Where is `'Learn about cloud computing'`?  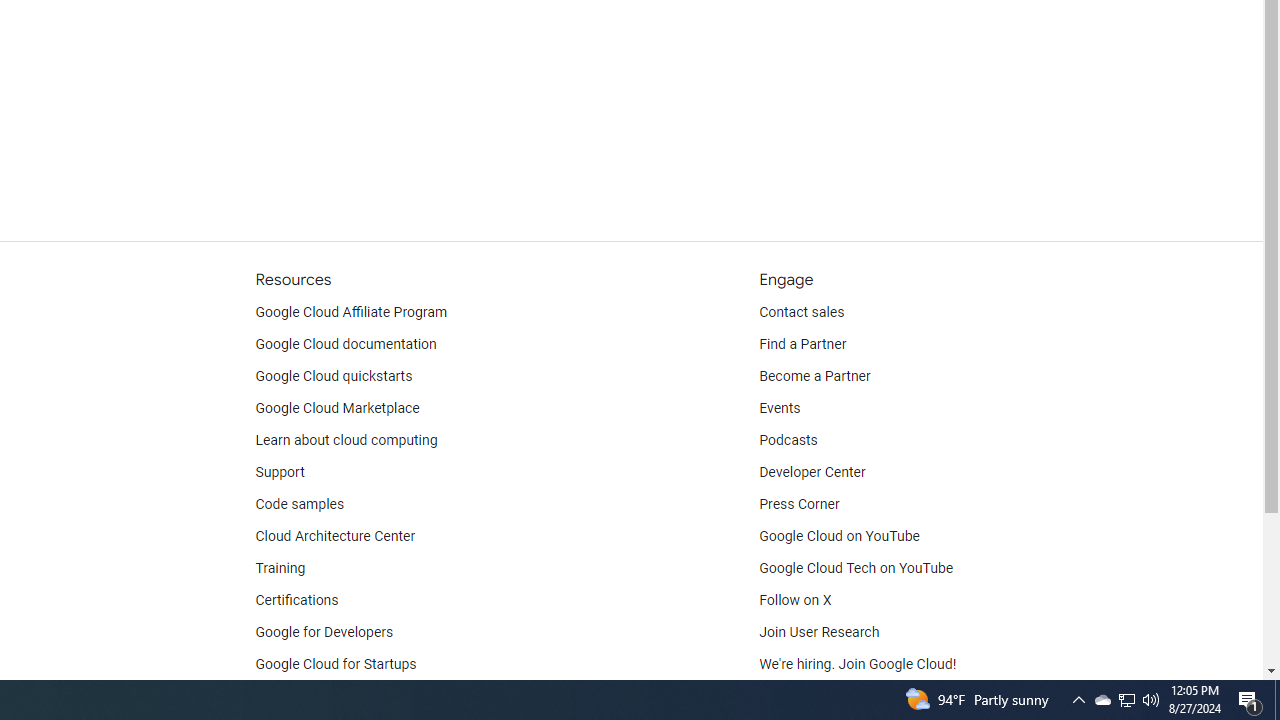 'Learn about cloud computing' is located at coordinates (346, 440).